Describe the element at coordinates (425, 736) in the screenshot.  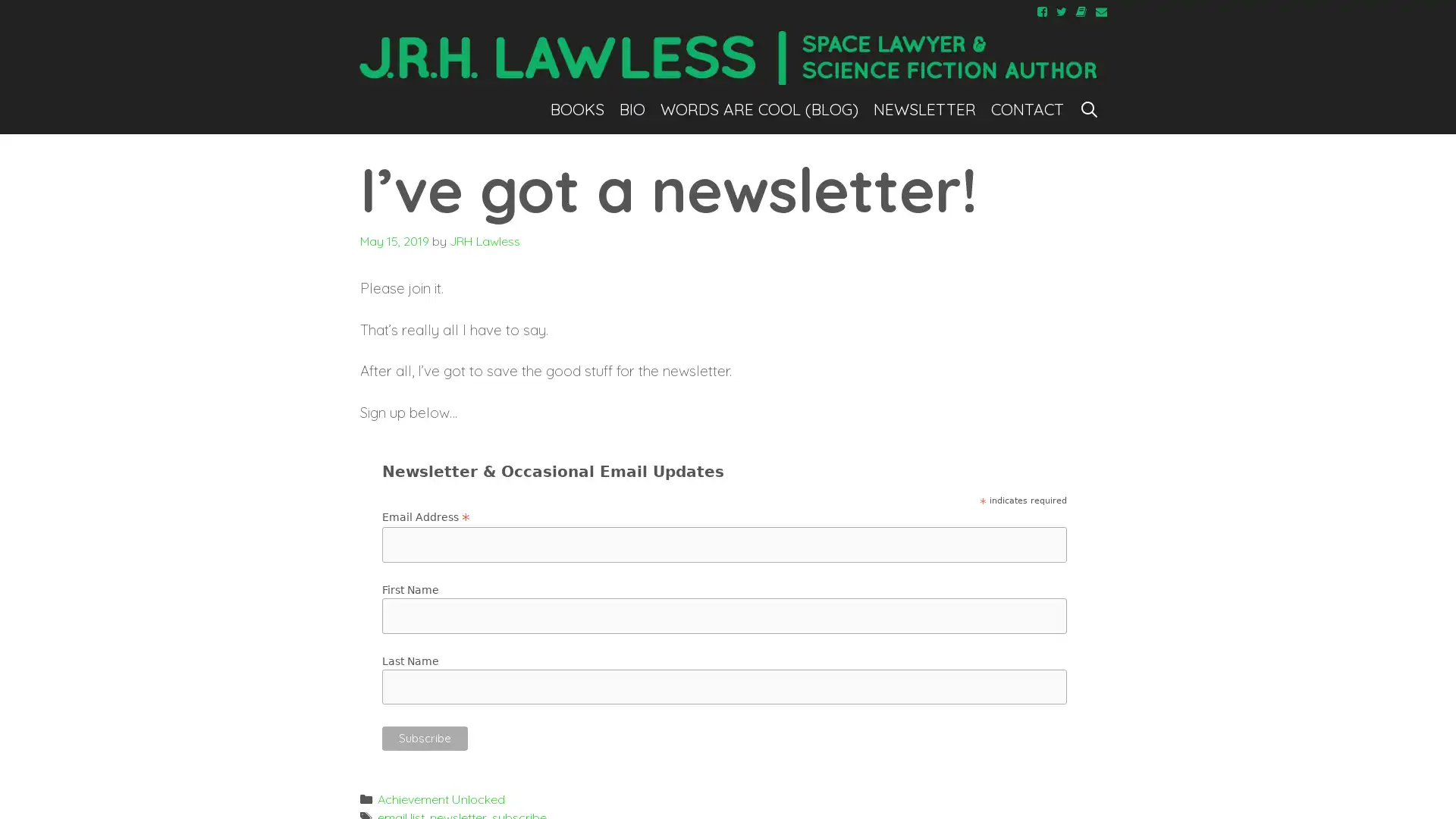
I see `Subscribe` at that location.